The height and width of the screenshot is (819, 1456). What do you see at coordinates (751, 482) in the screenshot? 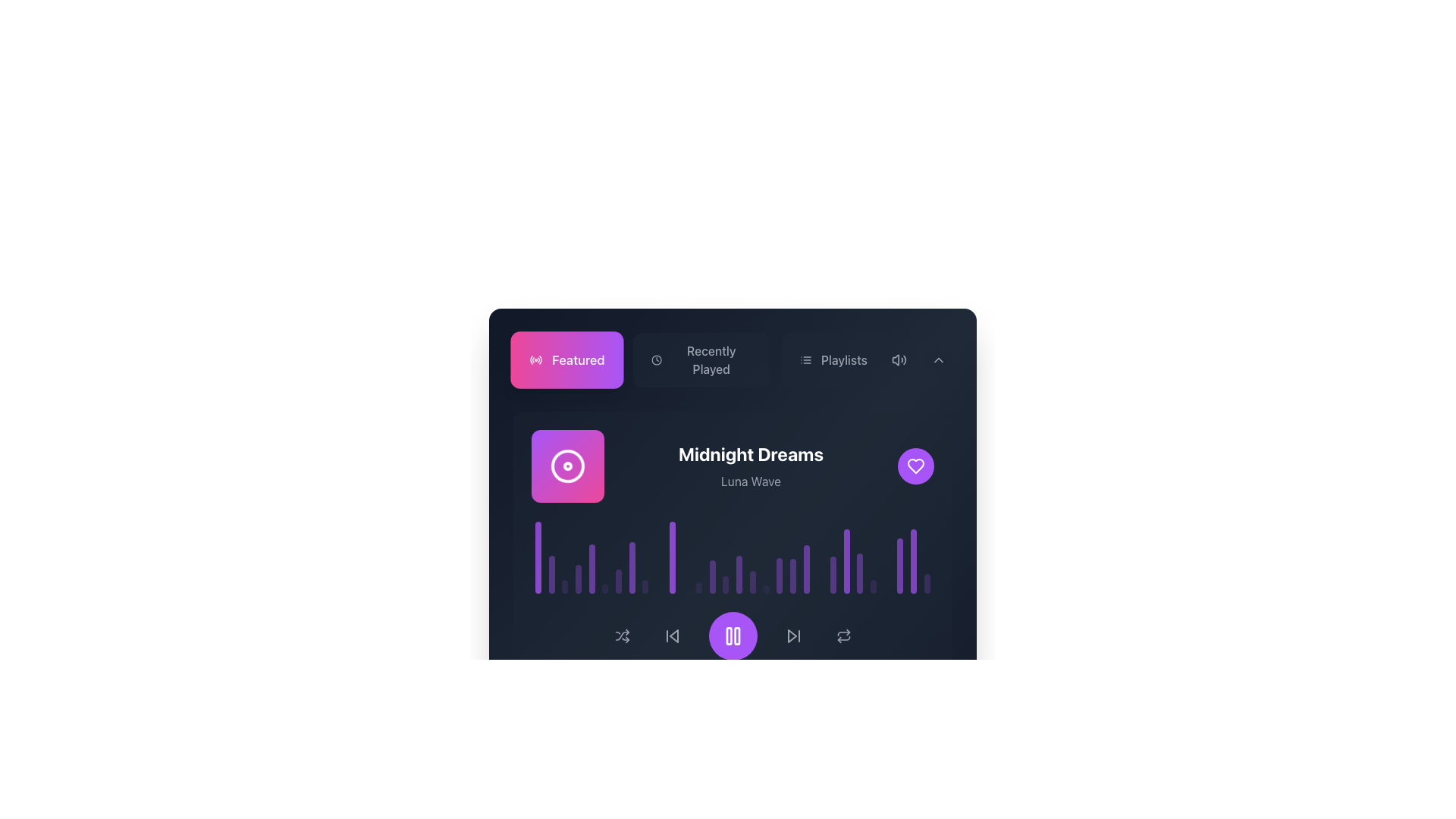
I see `the text element displaying 'Luna Wave', which is styled in light gray and positioned below the bold text 'Midnight Dreams' on a dark background` at bounding box center [751, 482].